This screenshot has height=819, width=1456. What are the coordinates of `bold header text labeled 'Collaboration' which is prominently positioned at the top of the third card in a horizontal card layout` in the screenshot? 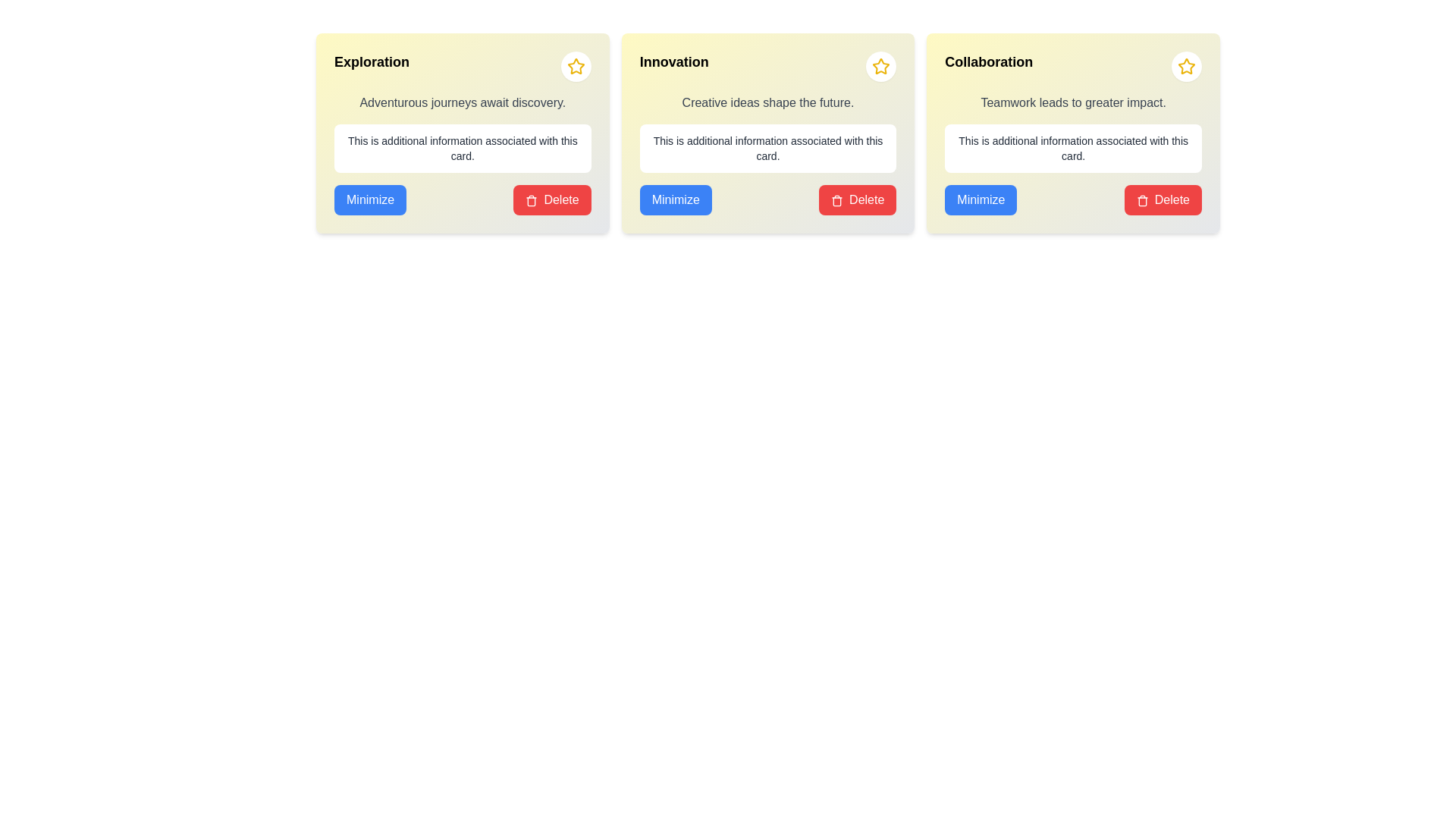 It's located at (989, 66).